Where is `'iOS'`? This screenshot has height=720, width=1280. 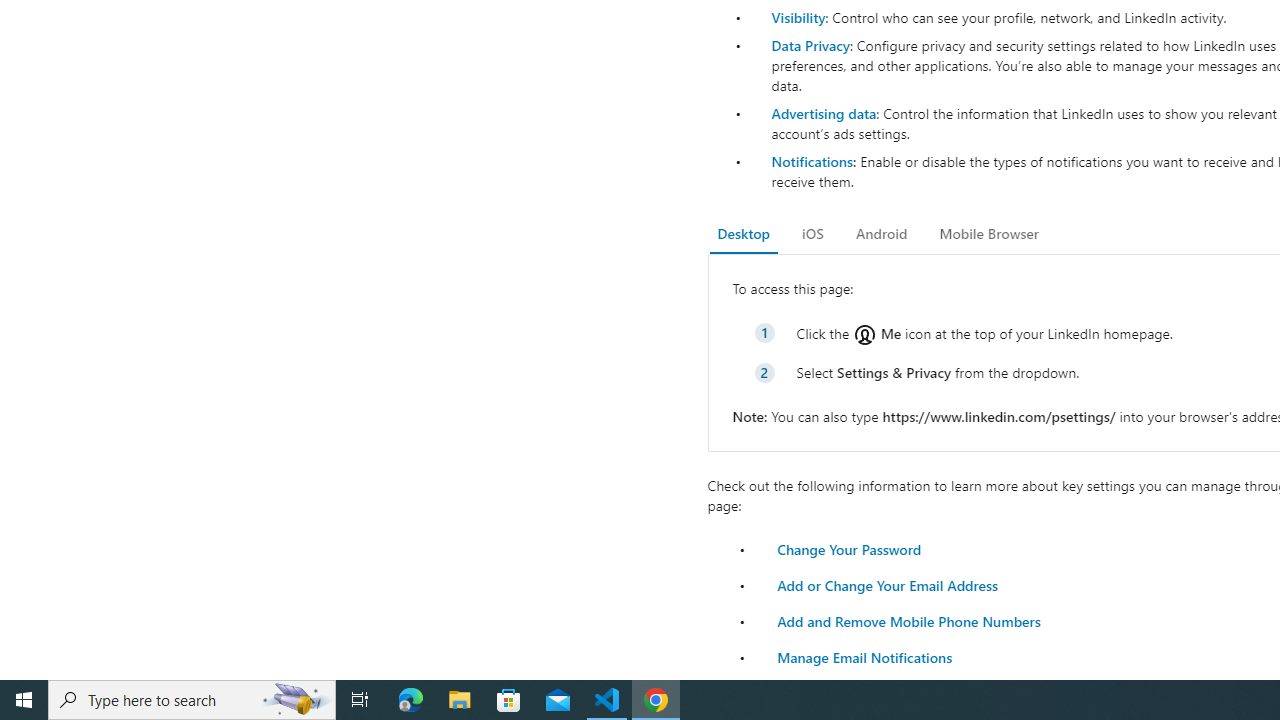 'iOS' is located at coordinates (812, 233).